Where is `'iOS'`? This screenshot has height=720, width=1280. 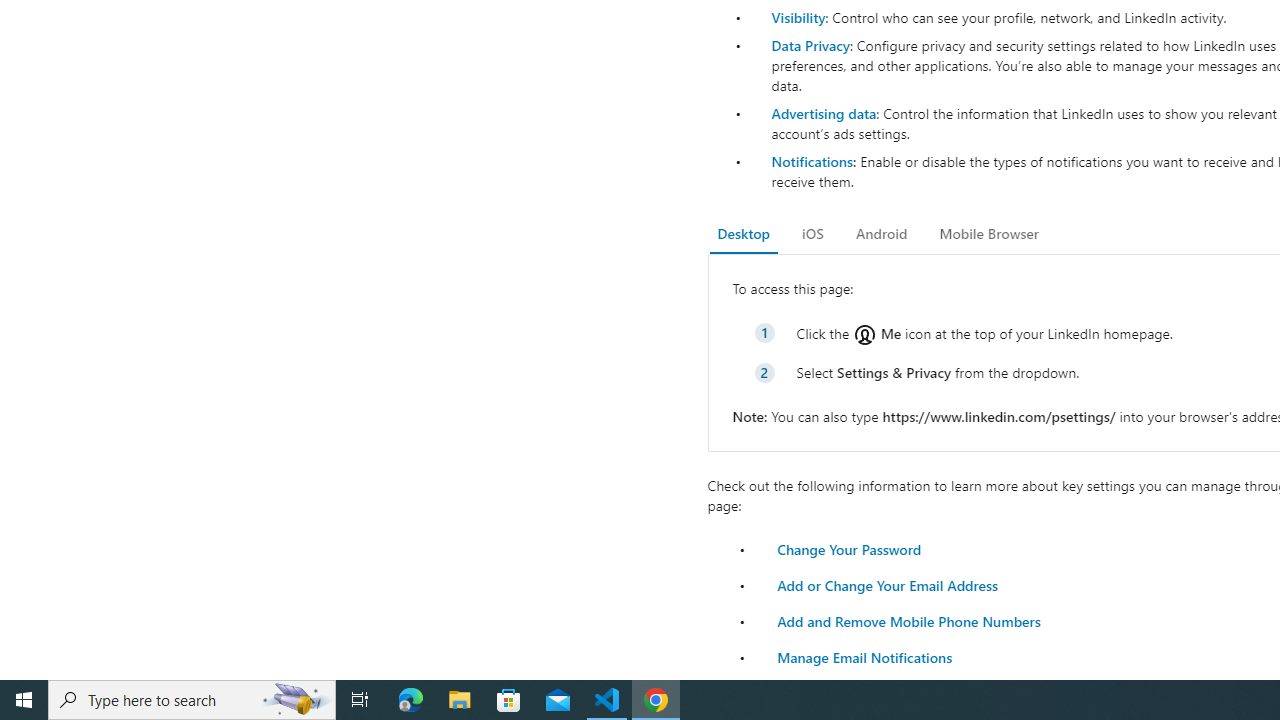 'iOS' is located at coordinates (812, 233).